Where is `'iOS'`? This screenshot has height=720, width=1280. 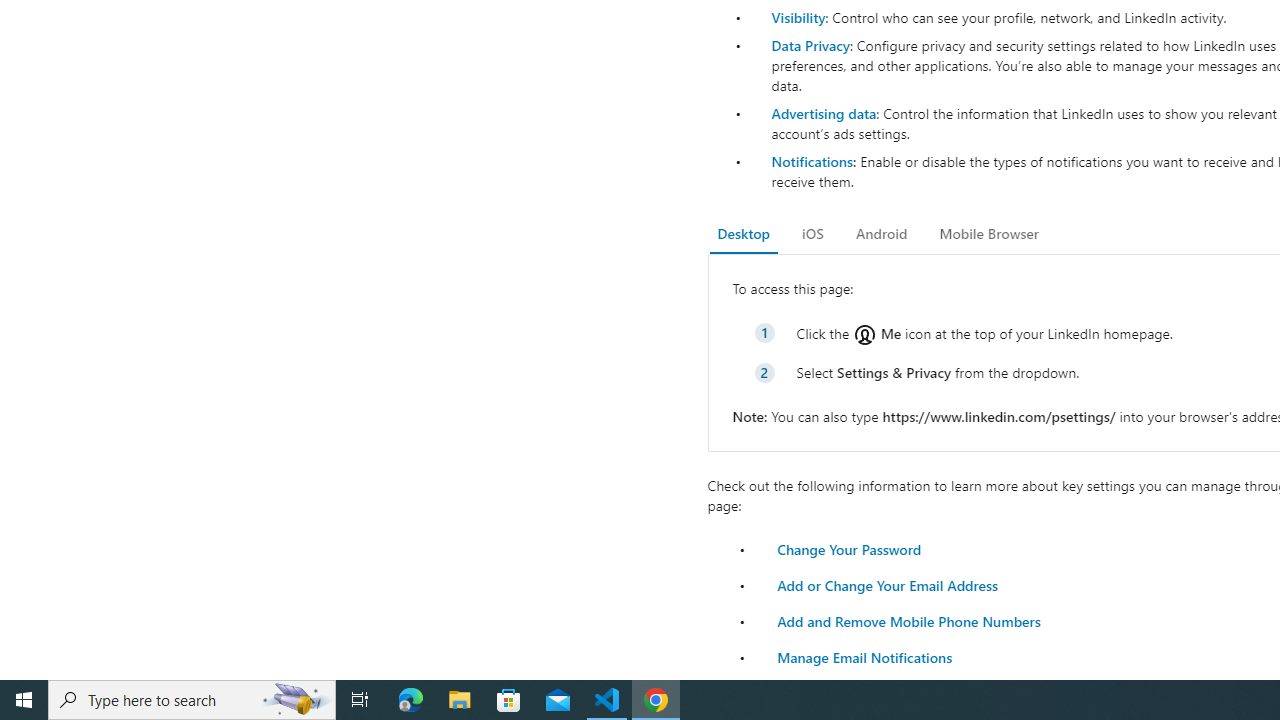 'iOS' is located at coordinates (812, 233).